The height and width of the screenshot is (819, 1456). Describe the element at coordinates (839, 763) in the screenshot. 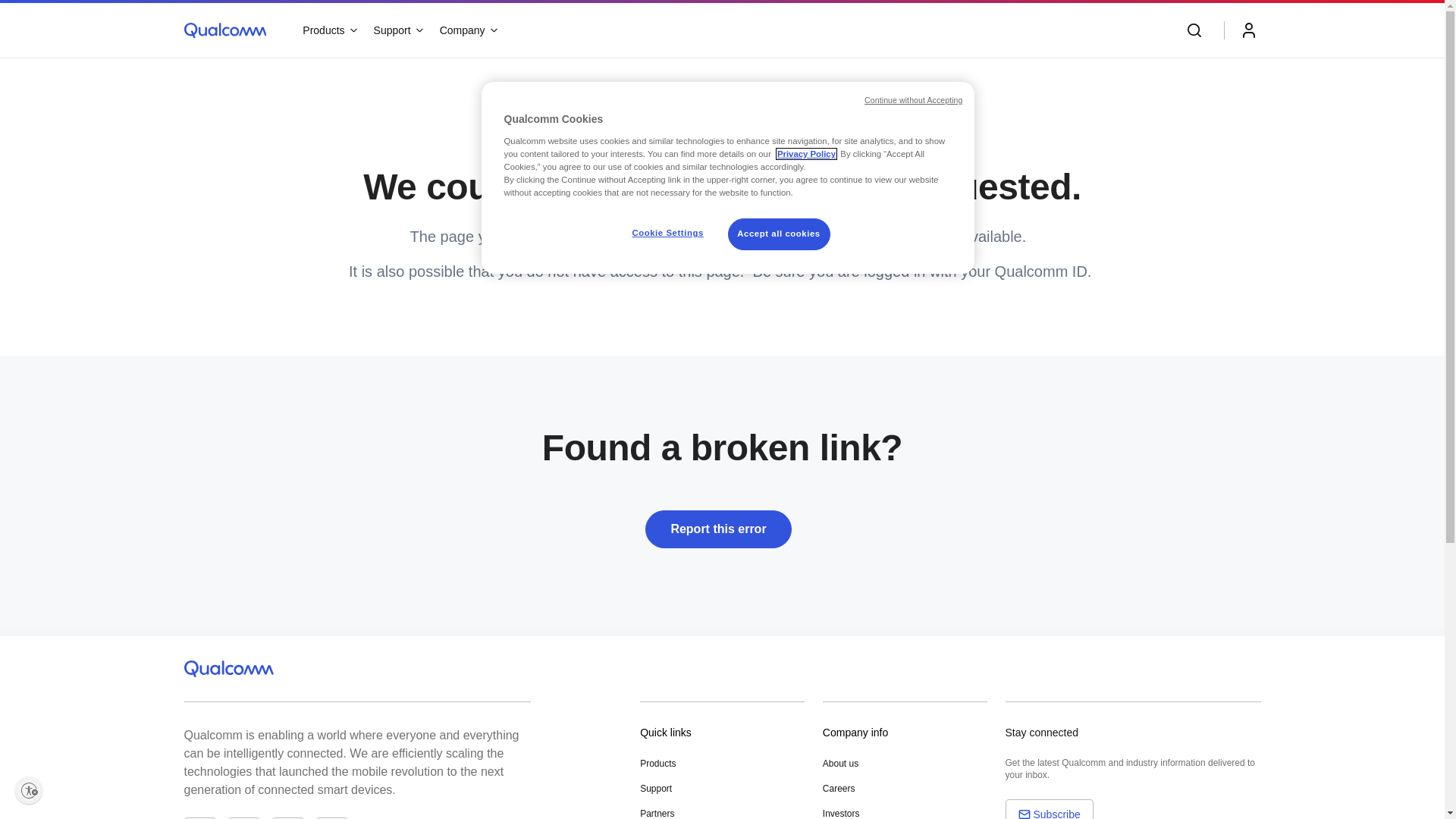

I see `'About us'` at that location.